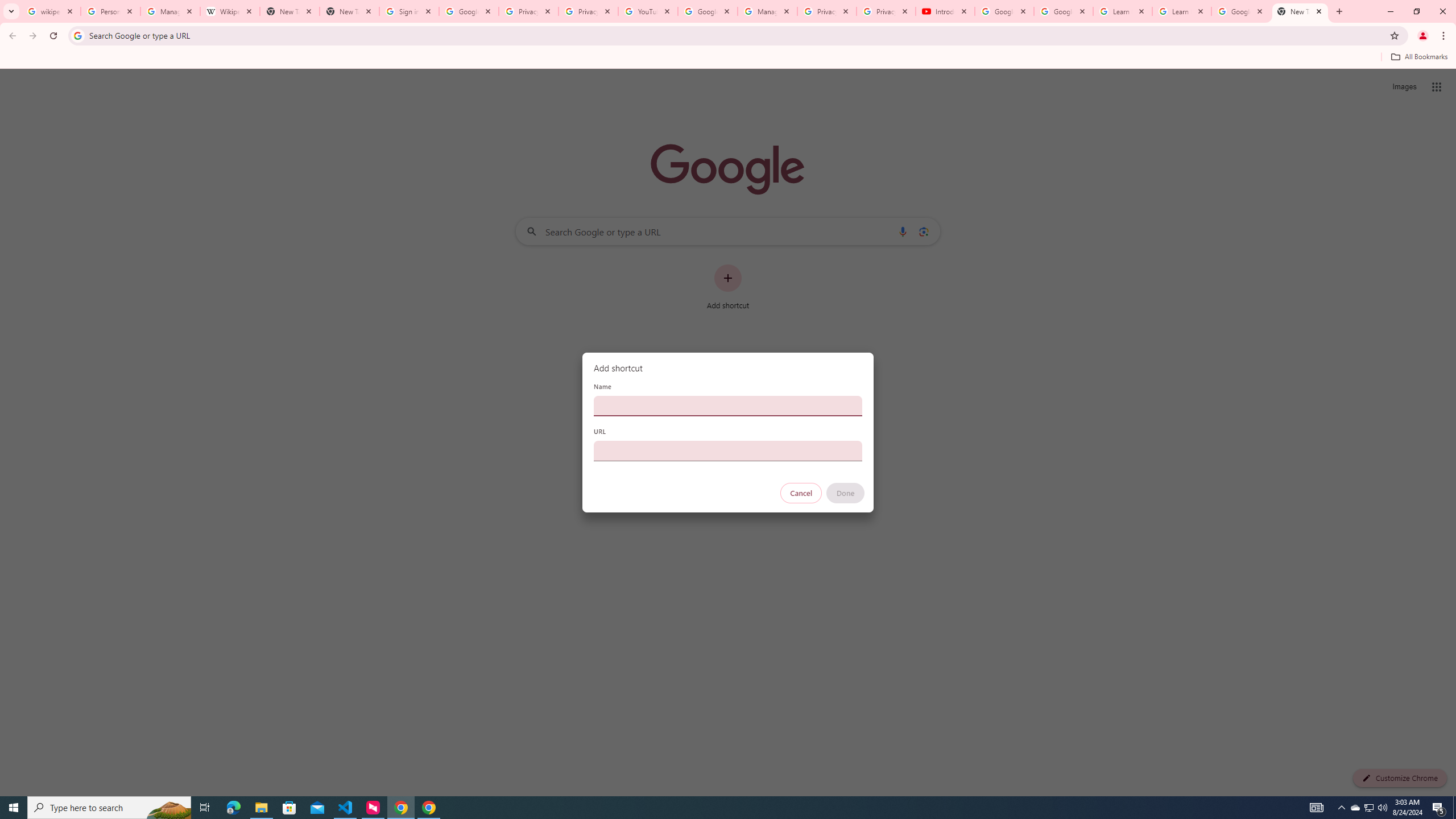 The image size is (1456, 819). I want to click on 'Name', so click(728, 405).